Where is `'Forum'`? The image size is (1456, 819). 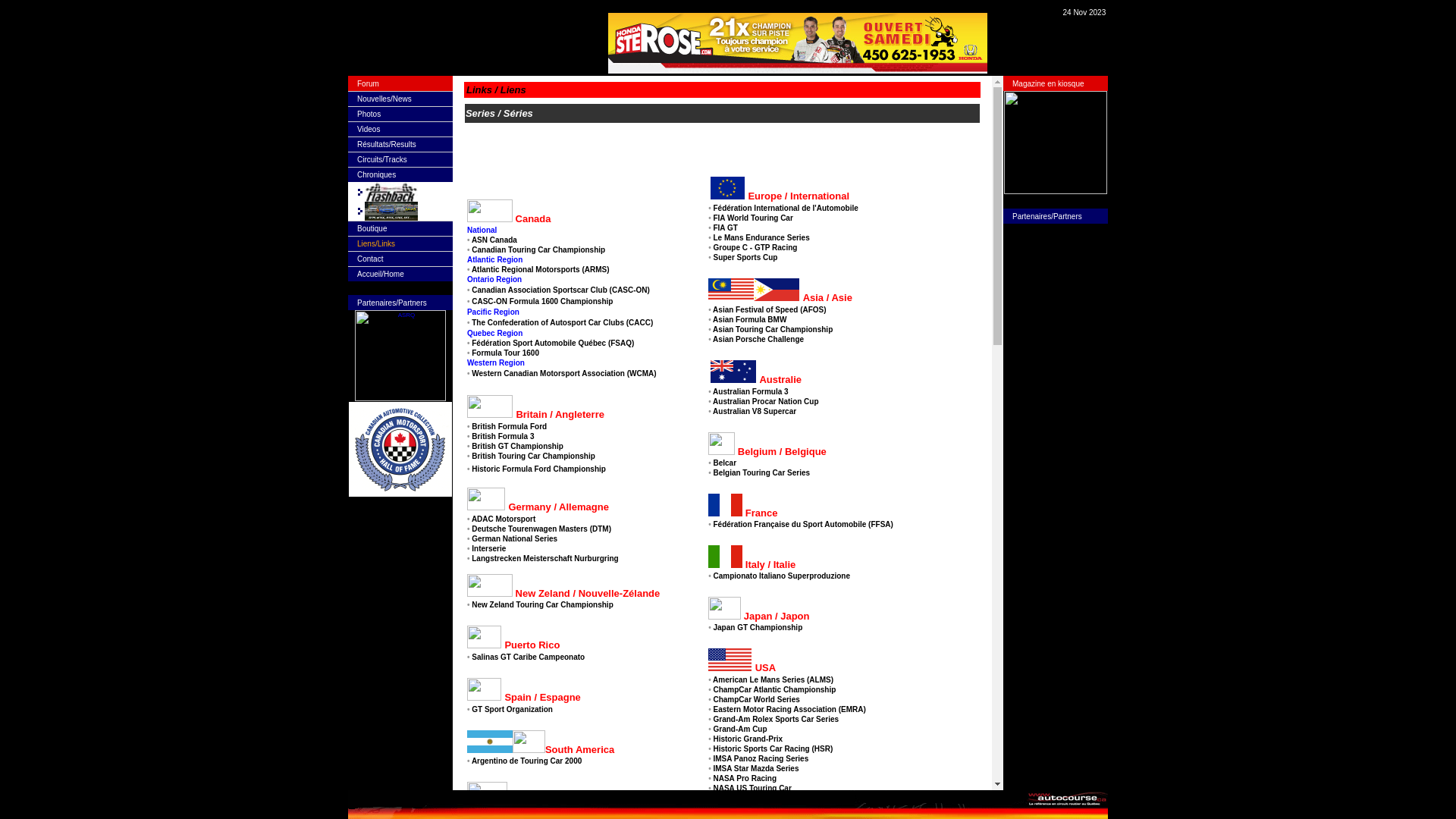 'Forum' is located at coordinates (368, 83).